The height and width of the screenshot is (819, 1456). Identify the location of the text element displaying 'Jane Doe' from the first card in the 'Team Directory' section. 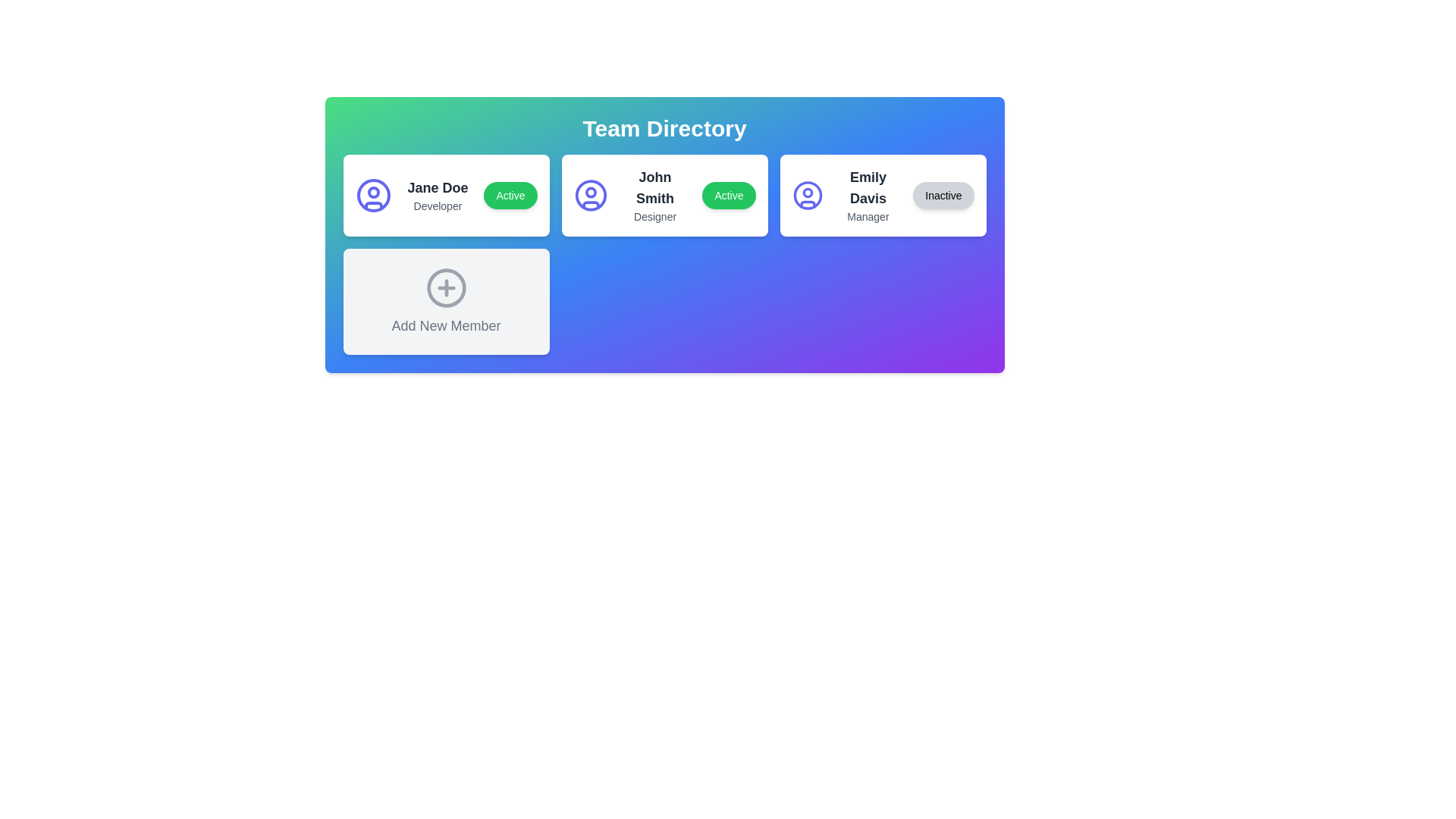
(437, 187).